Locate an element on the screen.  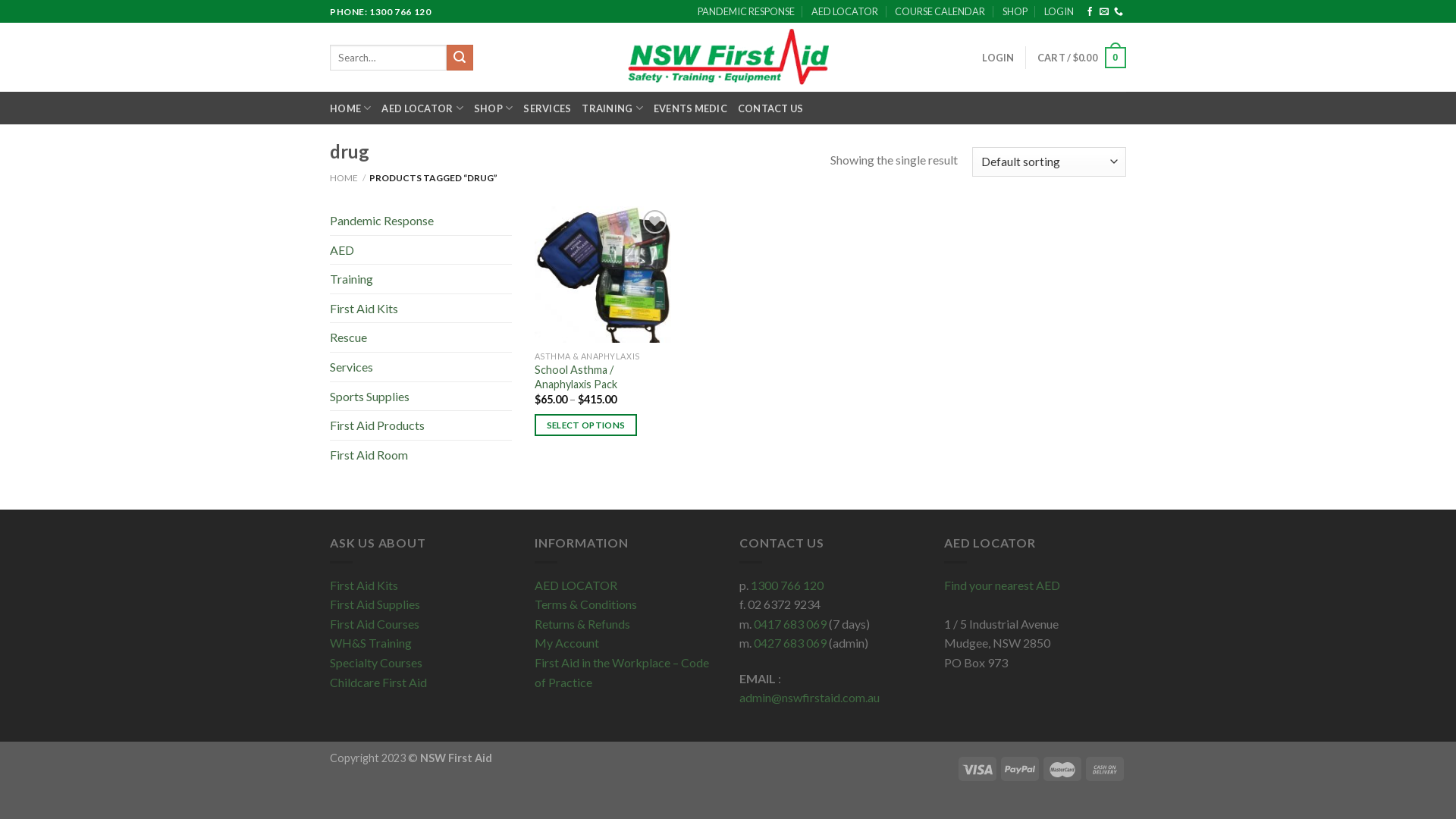
'HOME' is located at coordinates (343, 177).